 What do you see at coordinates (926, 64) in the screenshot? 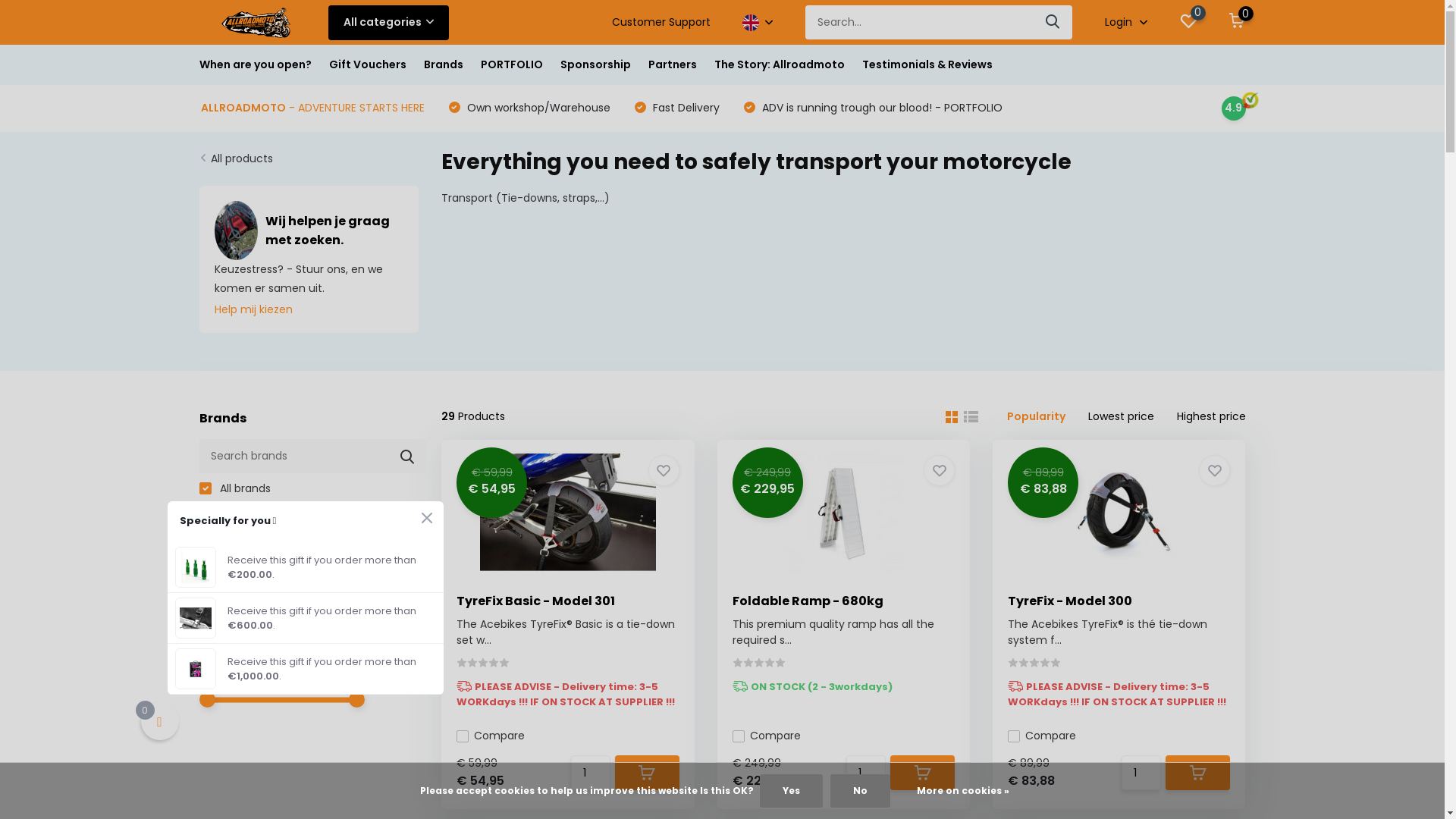
I see `'Testimonials & Reviews'` at bounding box center [926, 64].